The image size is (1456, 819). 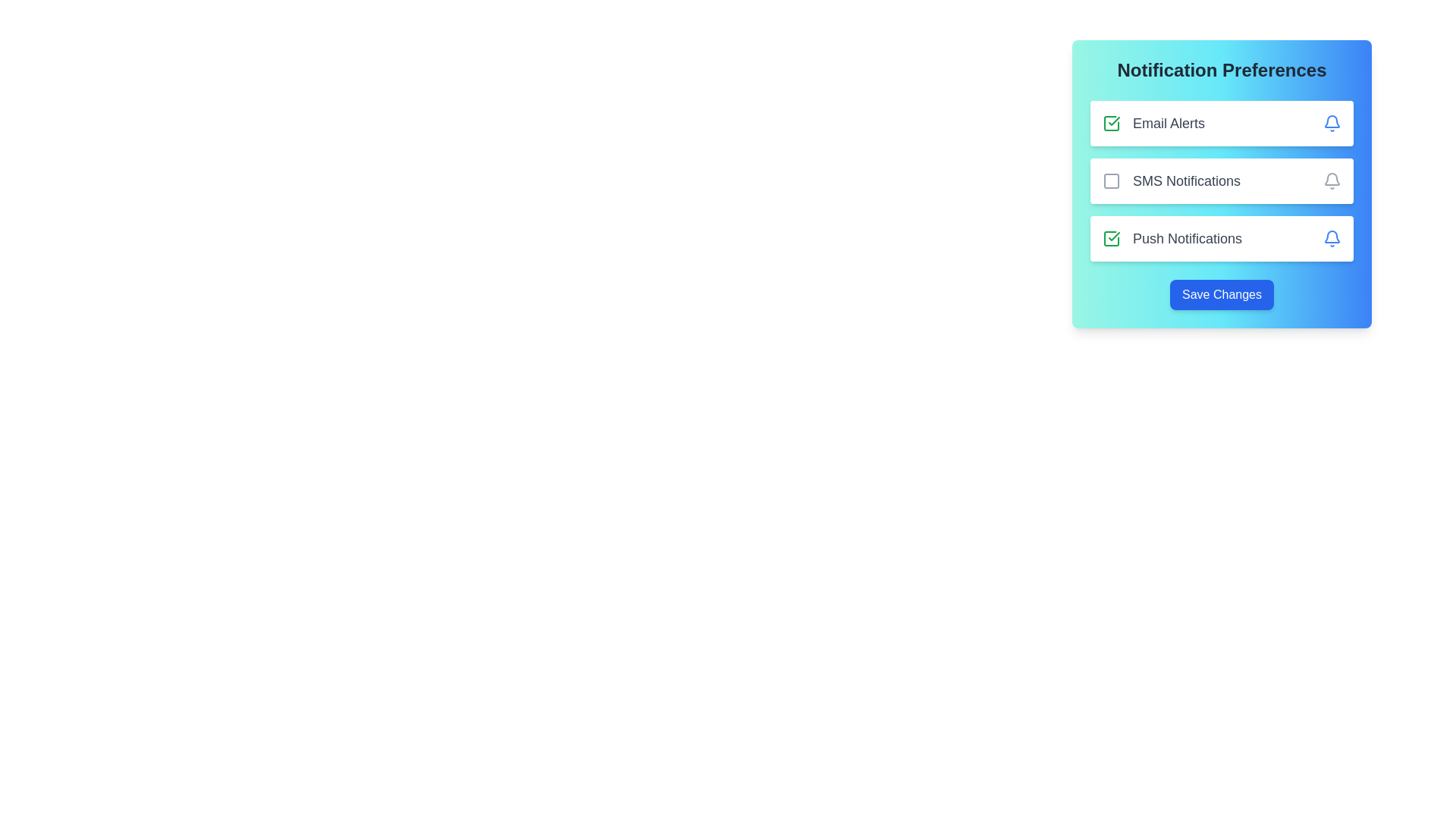 I want to click on the checkboxes in the Grouped List of Selectable Items, so click(x=1222, y=180).